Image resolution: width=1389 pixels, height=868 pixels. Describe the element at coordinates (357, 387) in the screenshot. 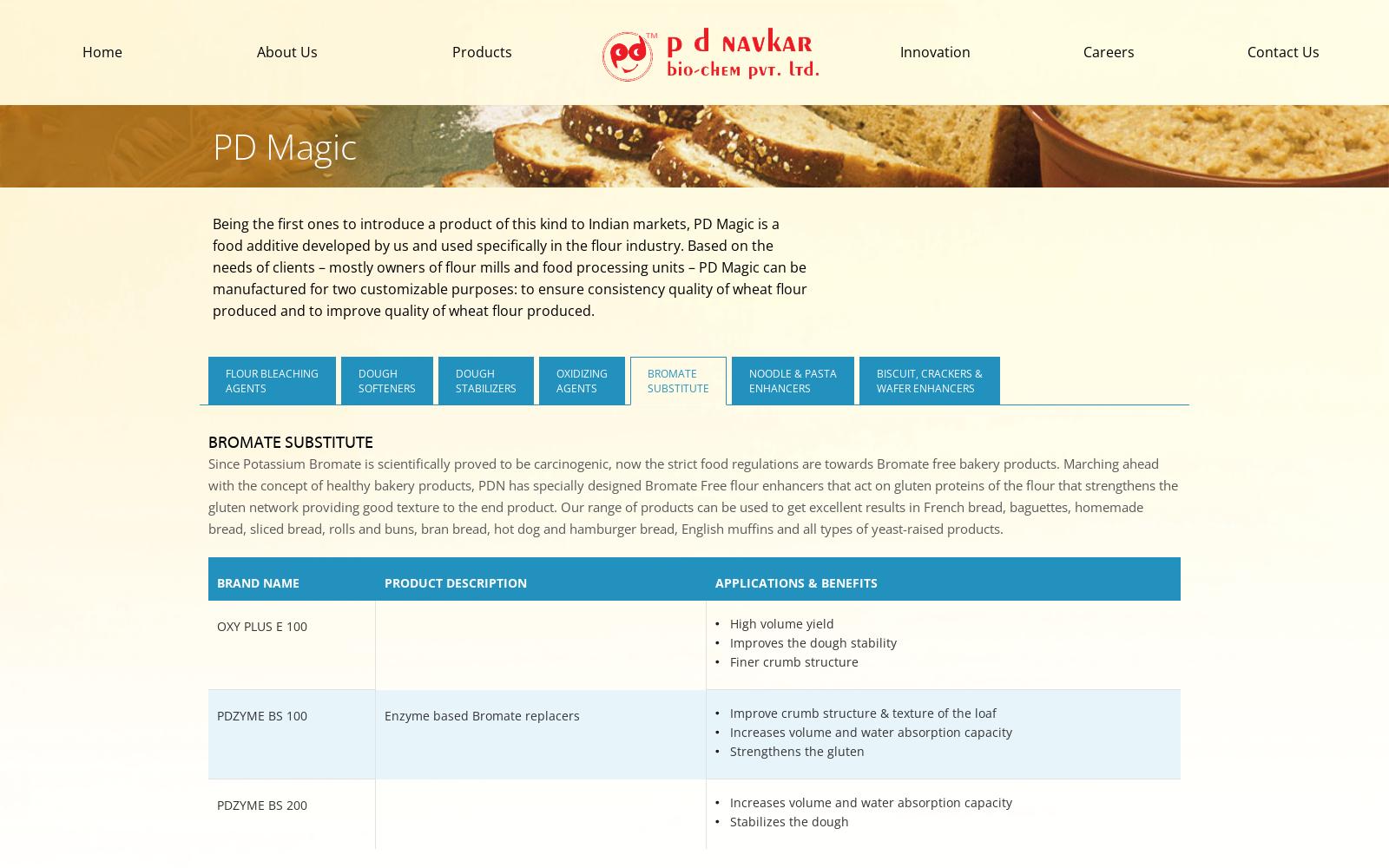

I see `'SOFTENERS'` at that location.